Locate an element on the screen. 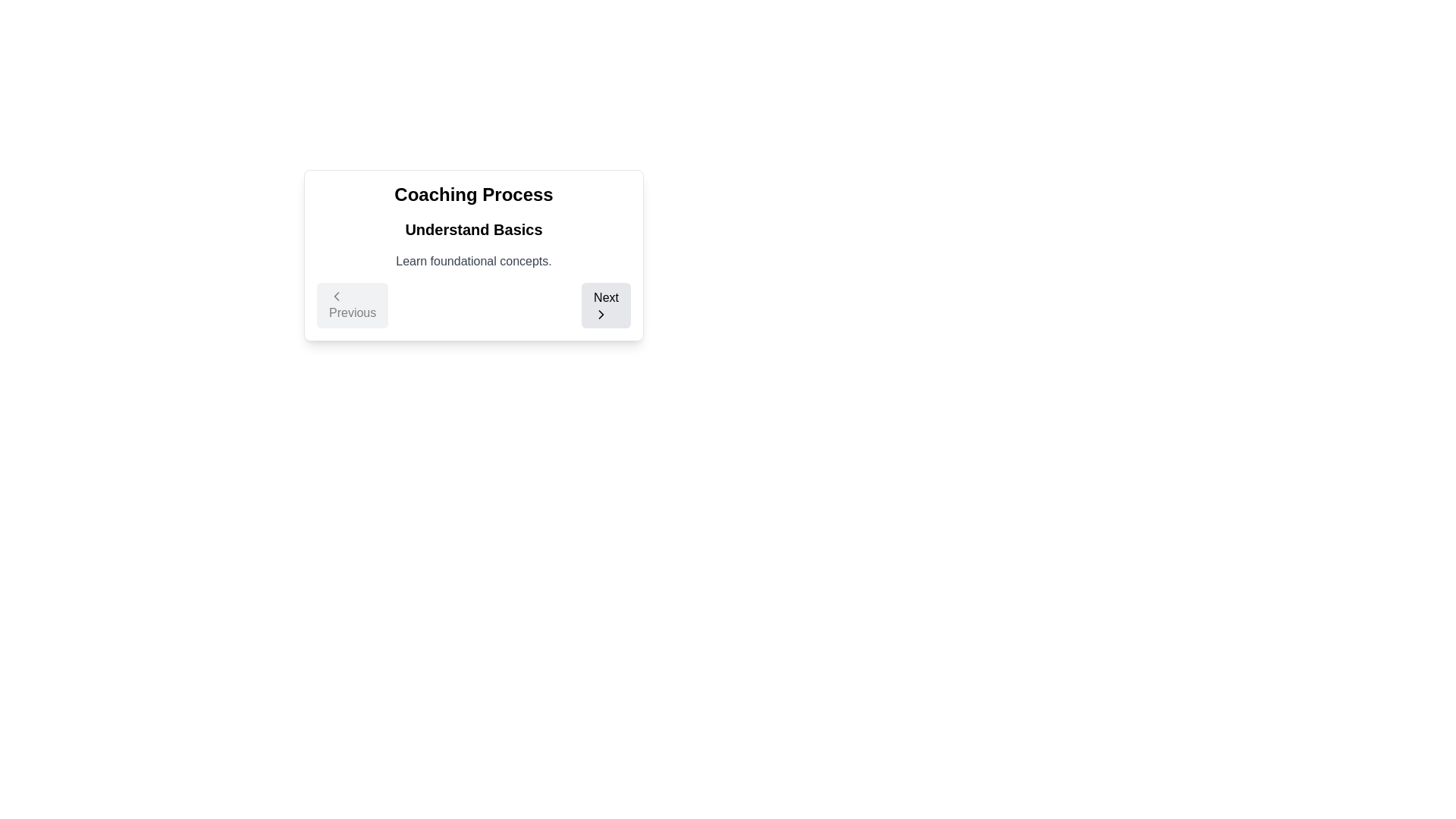  the rightward pointing chevron icon that represents the 'Next' button located at the bottom-right of the interface is located at coordinates (601, 314).